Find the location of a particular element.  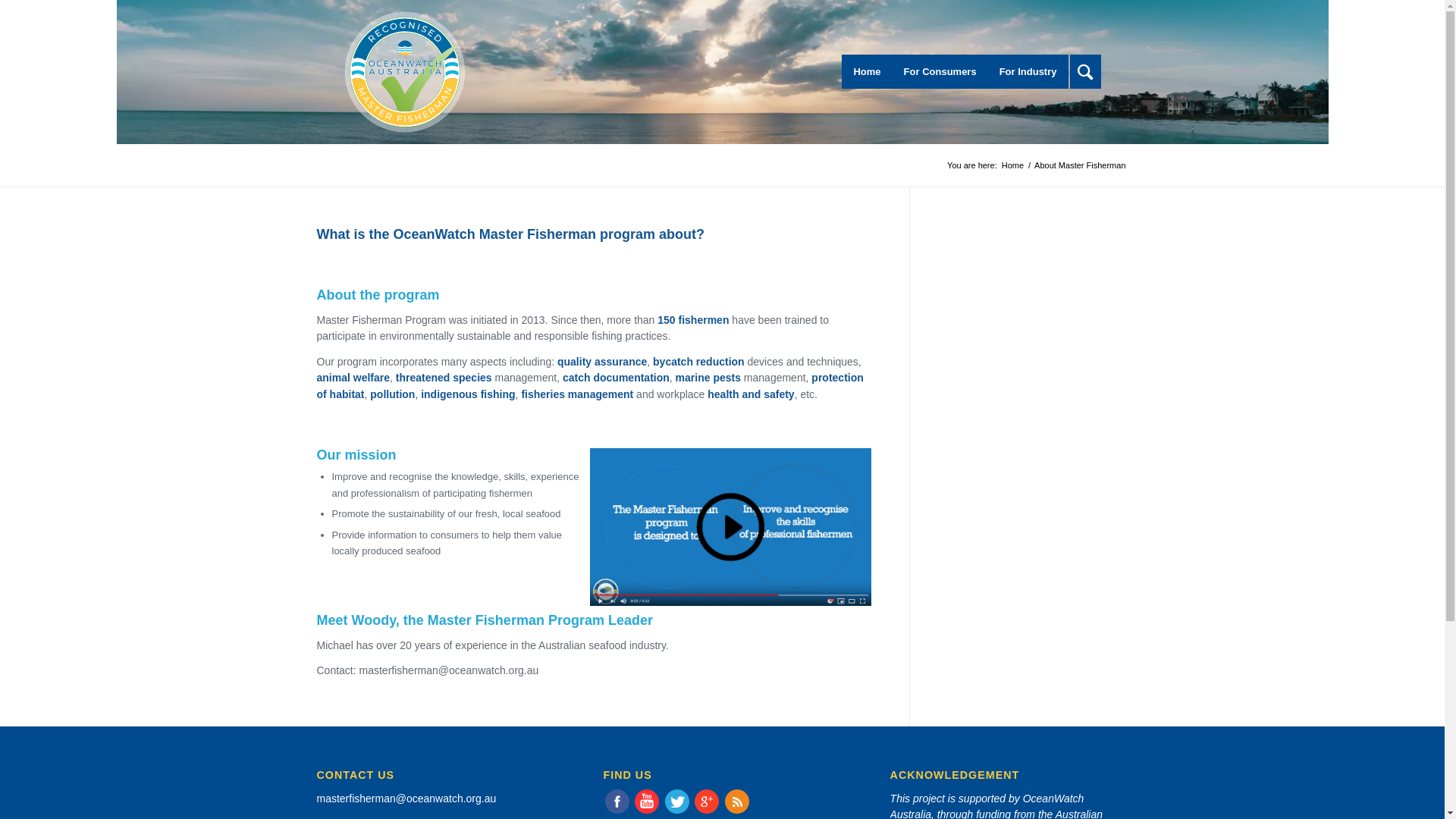

'Faebook ' is located at coordinates (617, 800).